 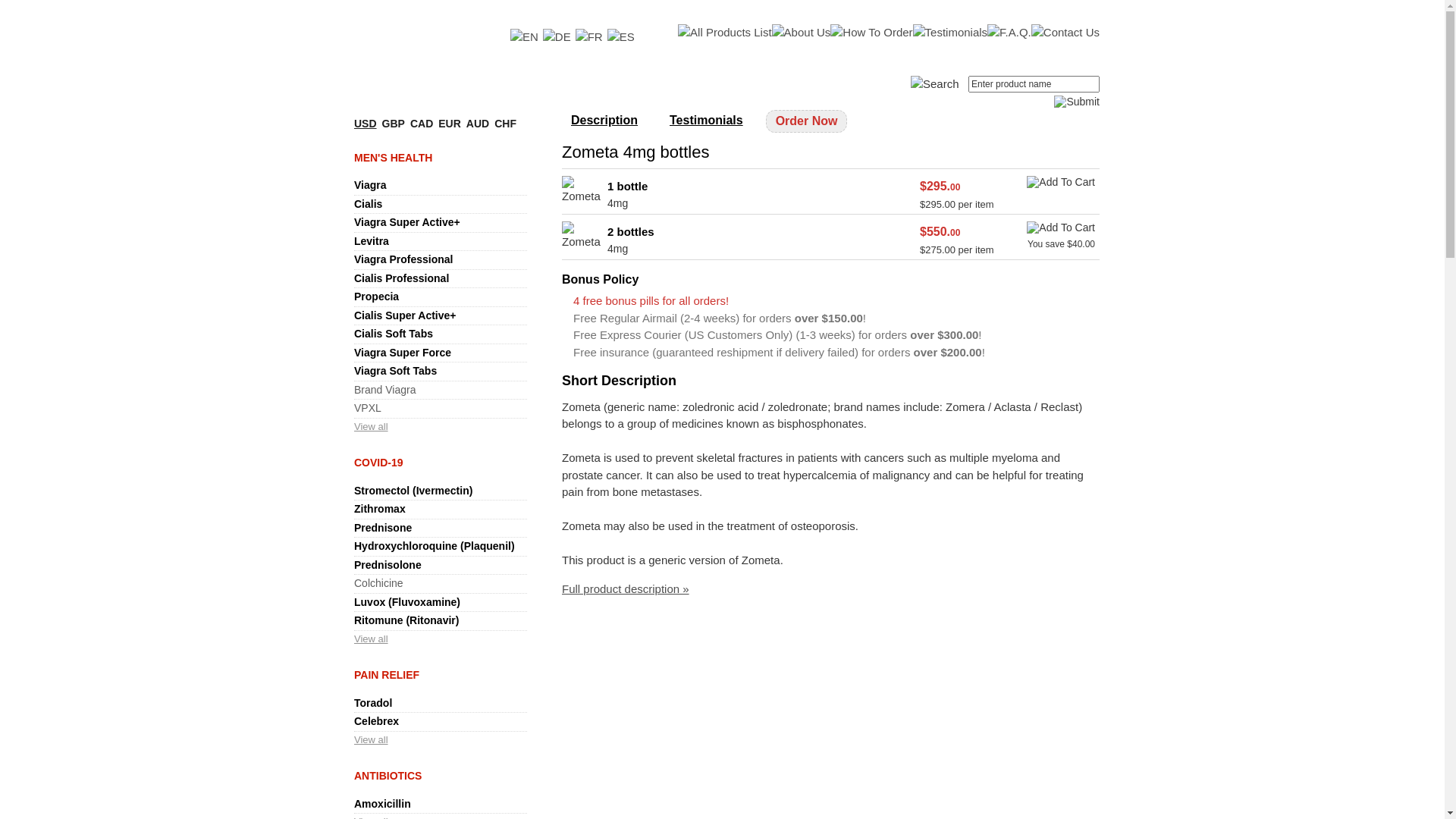 I want to click on 'COVID-19', so click(x=378, y=461).